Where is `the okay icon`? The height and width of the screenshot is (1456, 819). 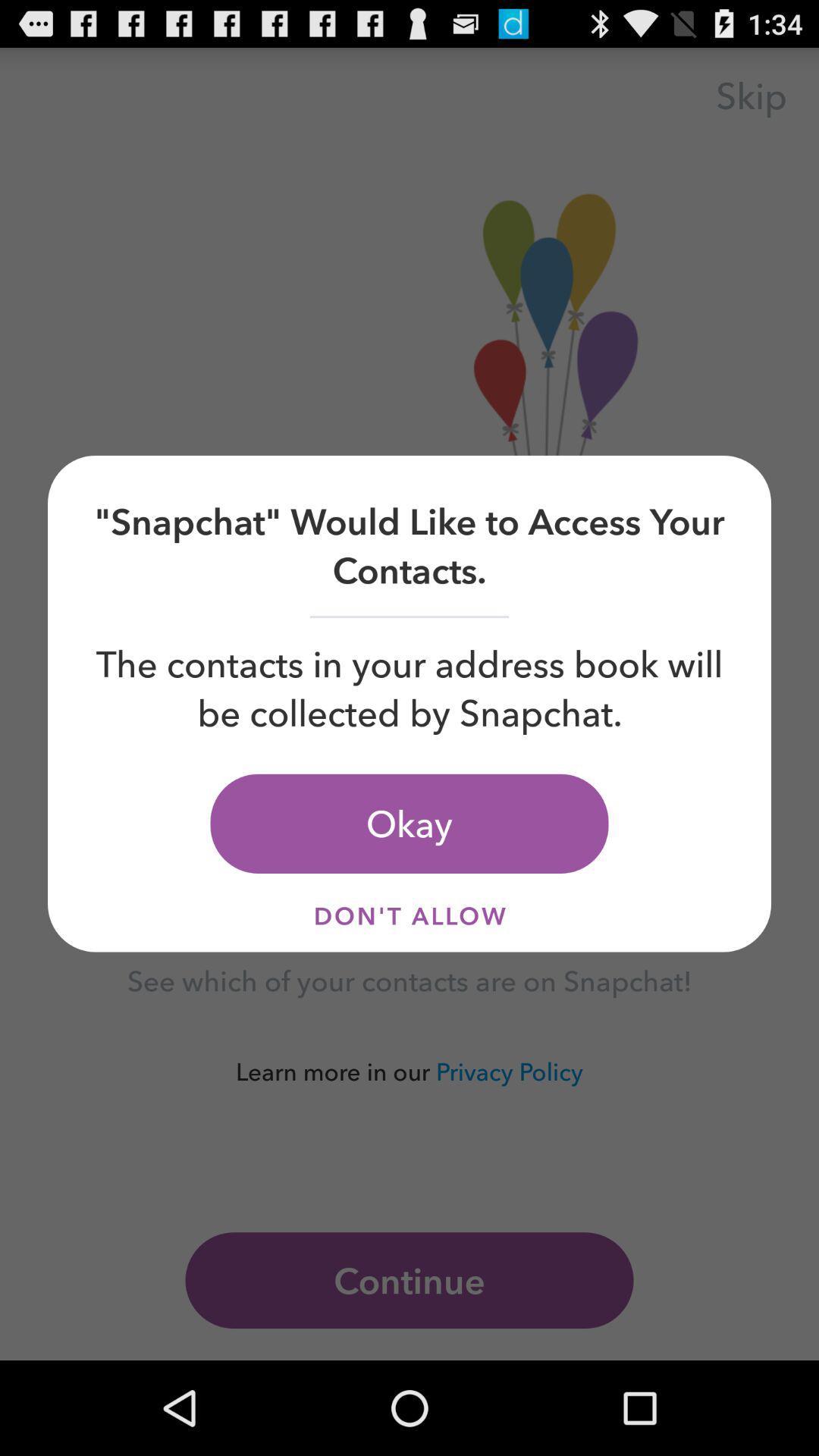 the okay icon is located at coordinates (409, 823).